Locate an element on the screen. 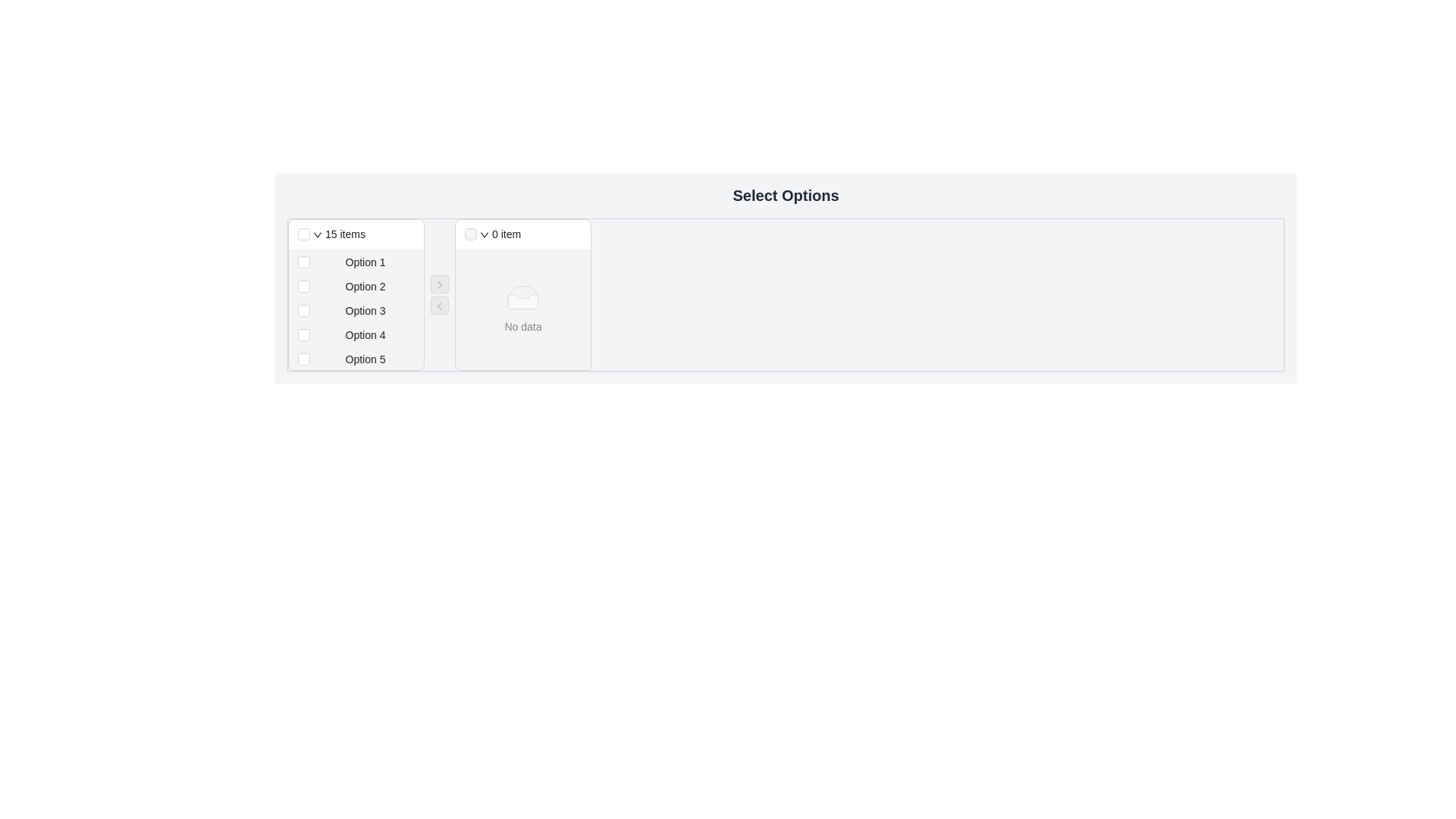  the checkbox associated with 'Option 3' is located at coordinates (303, 309).